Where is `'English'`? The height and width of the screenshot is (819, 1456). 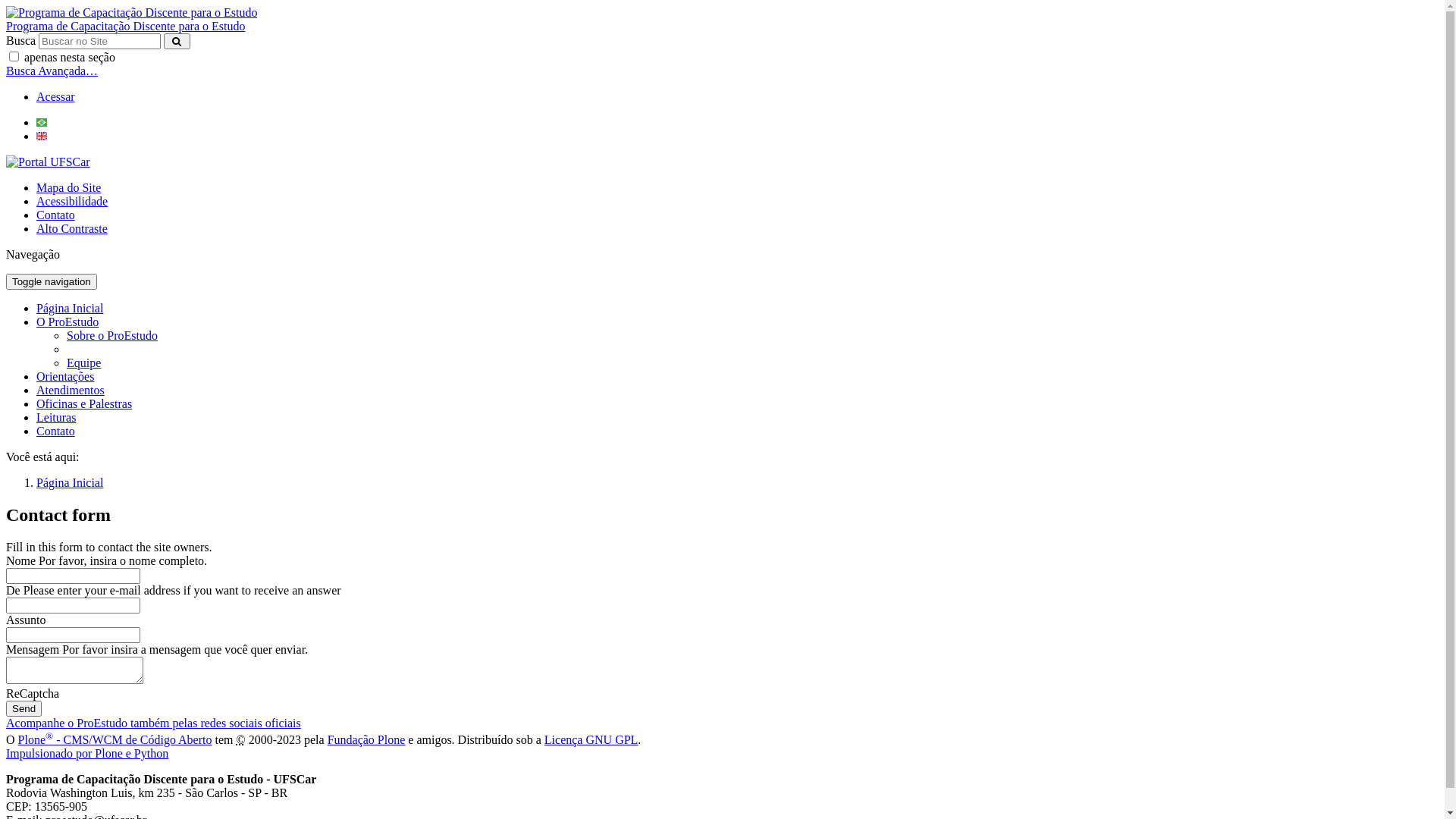
'English' is located at coordinates (36, 135).